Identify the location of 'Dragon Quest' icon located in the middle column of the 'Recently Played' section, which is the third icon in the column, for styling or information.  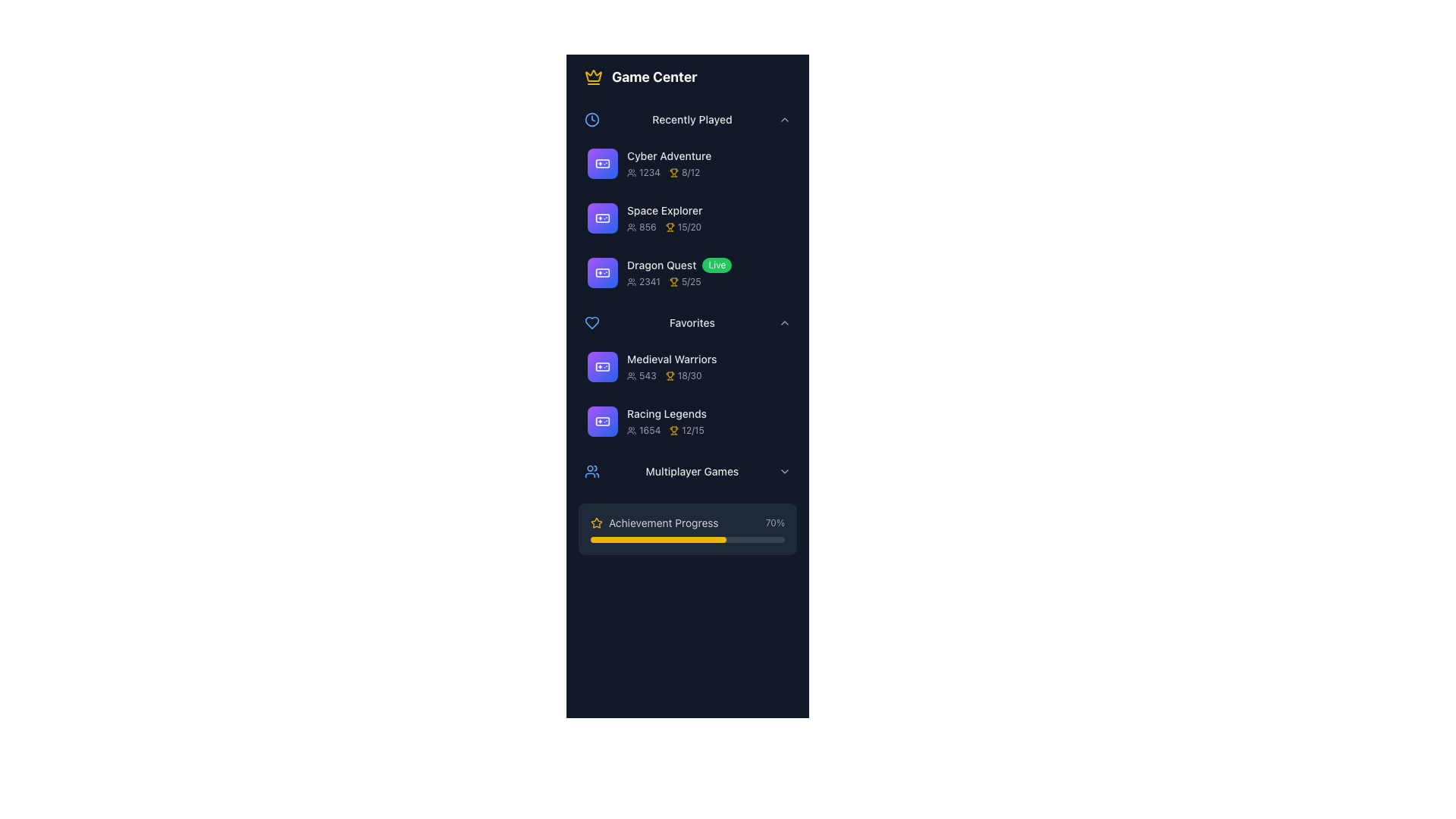
(602, 271).